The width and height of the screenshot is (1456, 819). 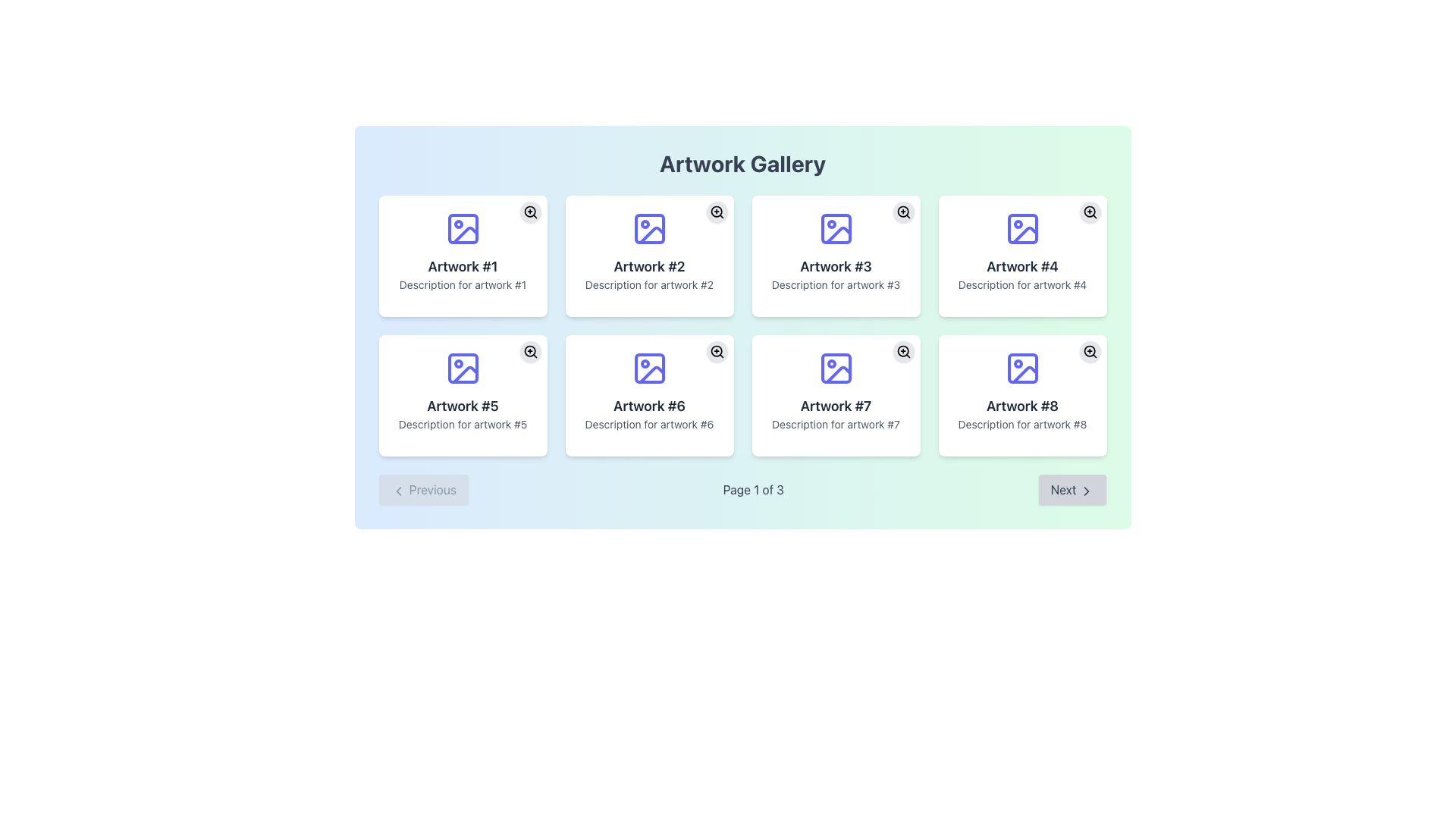 I want to click on the camera icon within the 'Artwork #7' card in the artwork gallery grid, which features a blue-themed vector design, so click(x=837, y=375).